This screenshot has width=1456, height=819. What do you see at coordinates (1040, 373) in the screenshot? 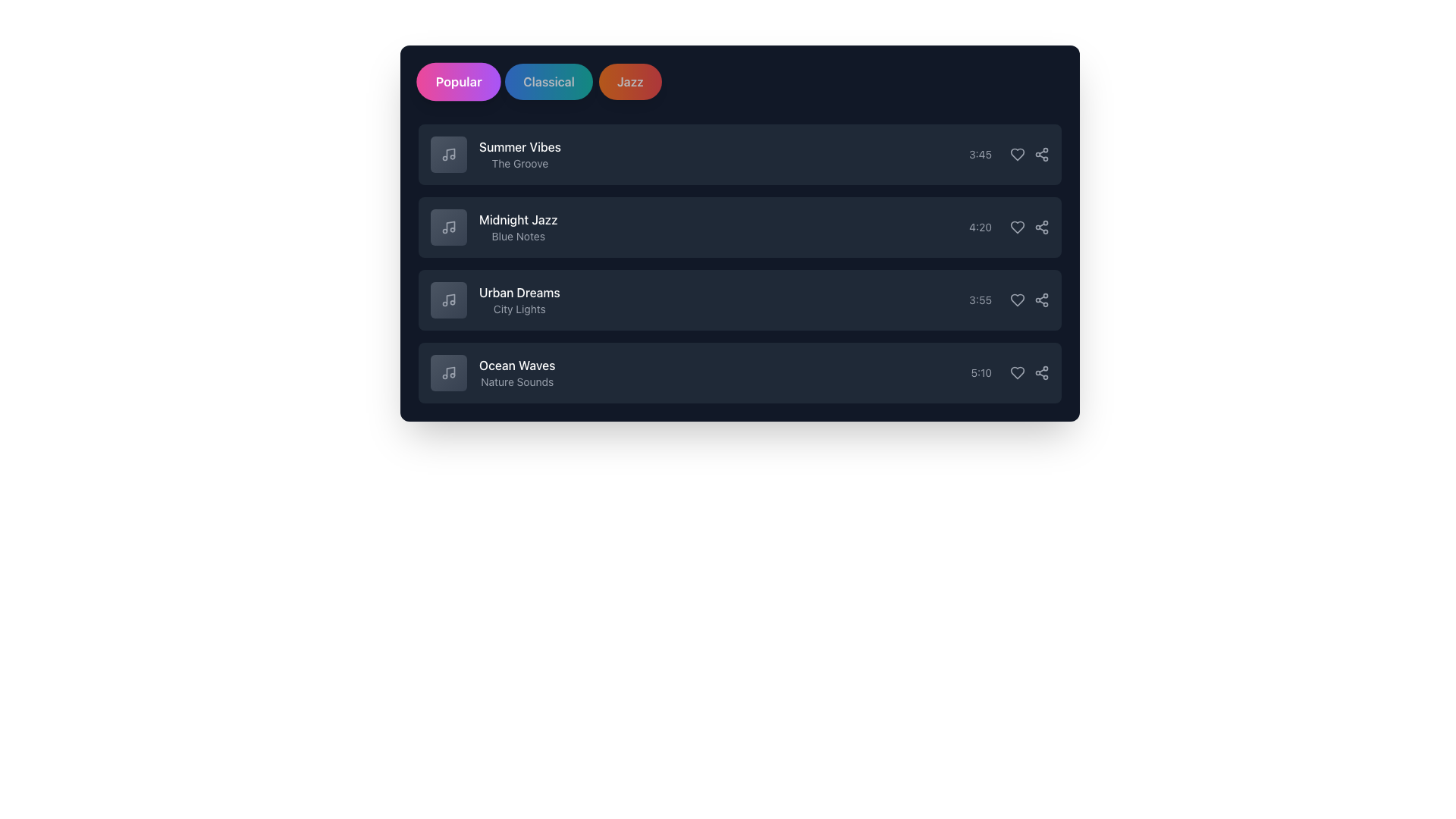
I see `the interactive share icon located` at bounding box center [1040, 373].